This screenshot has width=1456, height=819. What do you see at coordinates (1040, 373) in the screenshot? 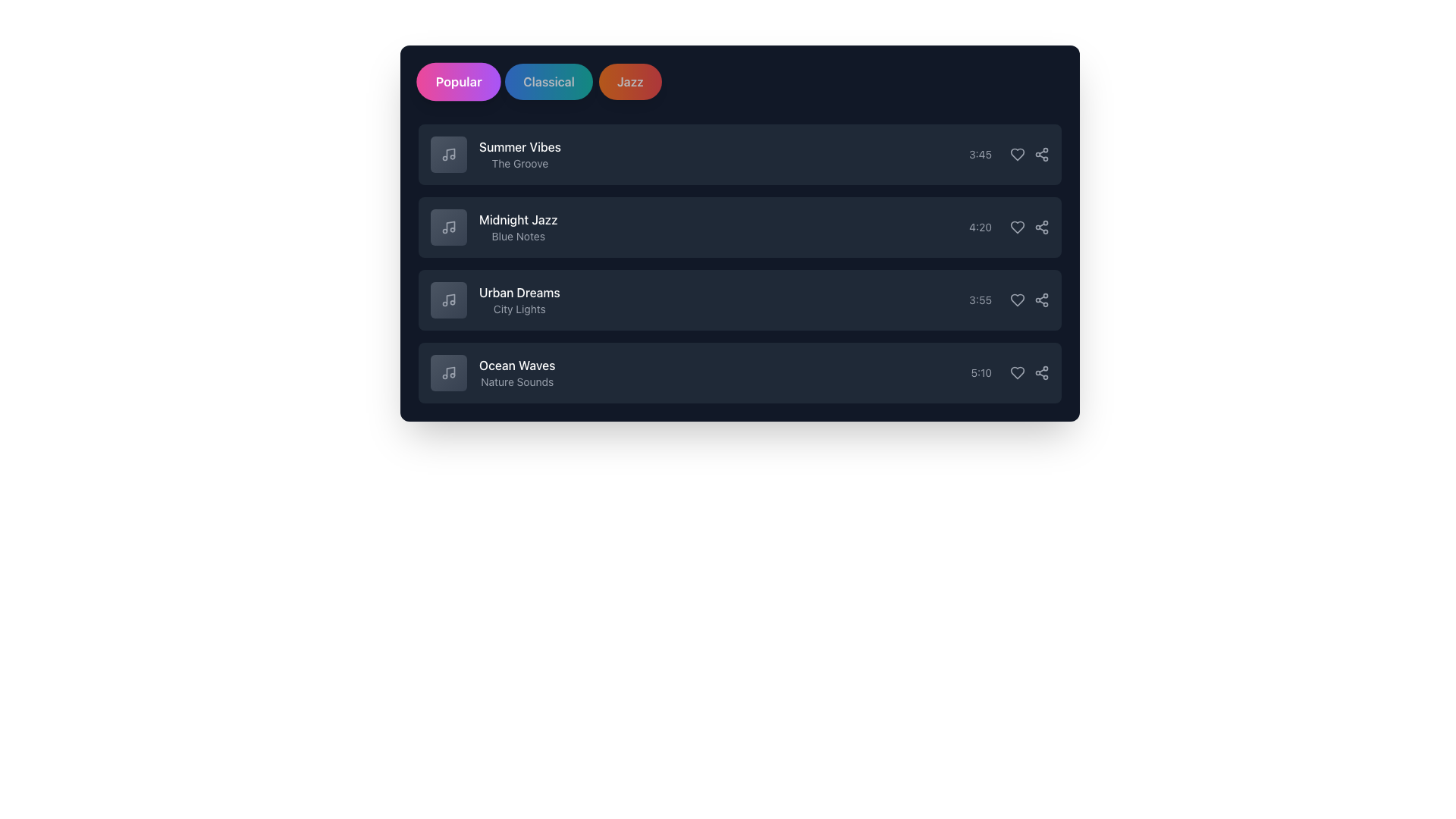
I see `the interactive share icon located` at bounding box center [1040, 373].